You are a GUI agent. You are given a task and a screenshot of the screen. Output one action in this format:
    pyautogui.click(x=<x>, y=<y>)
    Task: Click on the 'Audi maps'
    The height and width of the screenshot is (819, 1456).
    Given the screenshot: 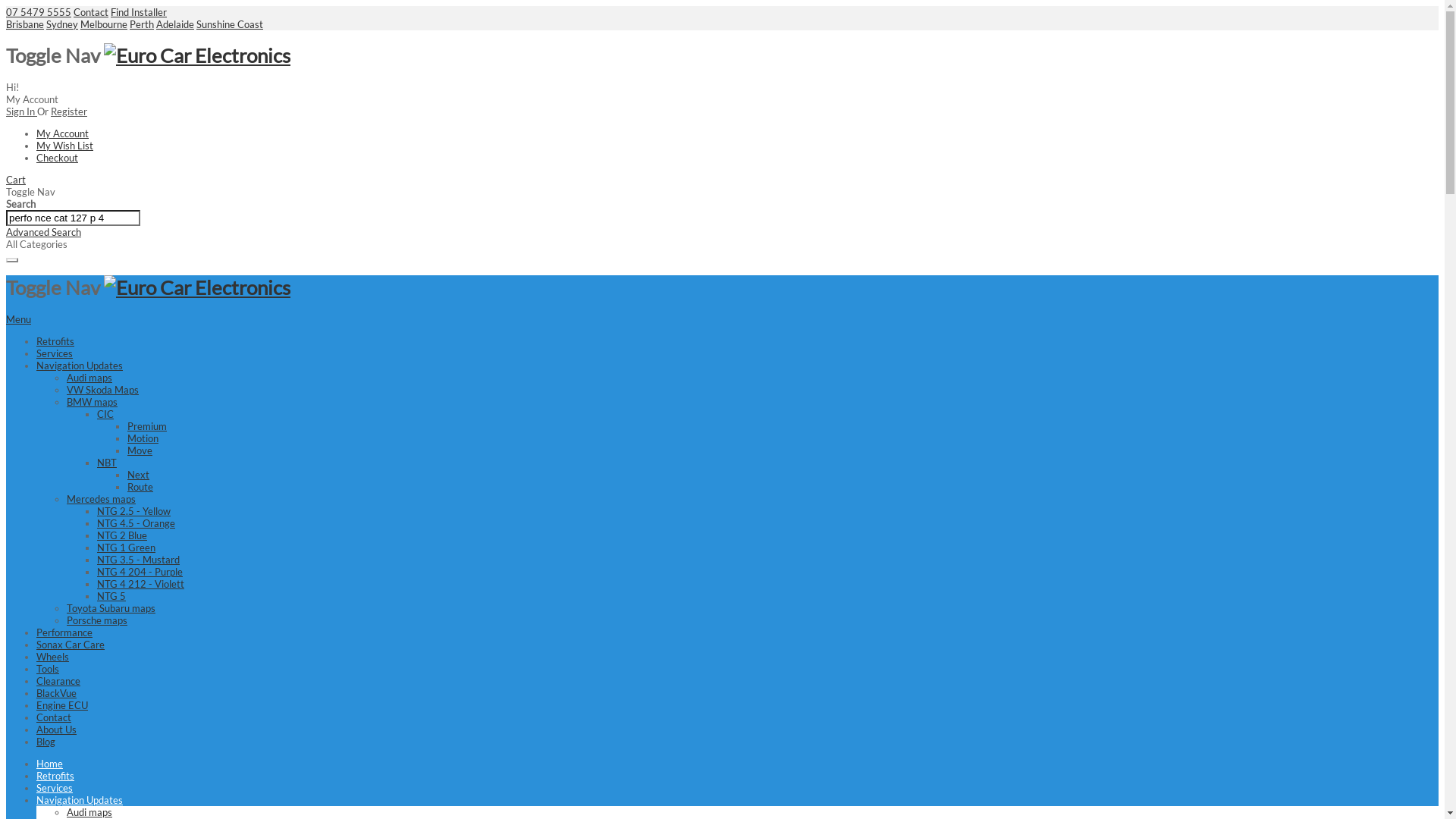 What is the action you would take?
    pyautogui.click(x=89, y=811)
    